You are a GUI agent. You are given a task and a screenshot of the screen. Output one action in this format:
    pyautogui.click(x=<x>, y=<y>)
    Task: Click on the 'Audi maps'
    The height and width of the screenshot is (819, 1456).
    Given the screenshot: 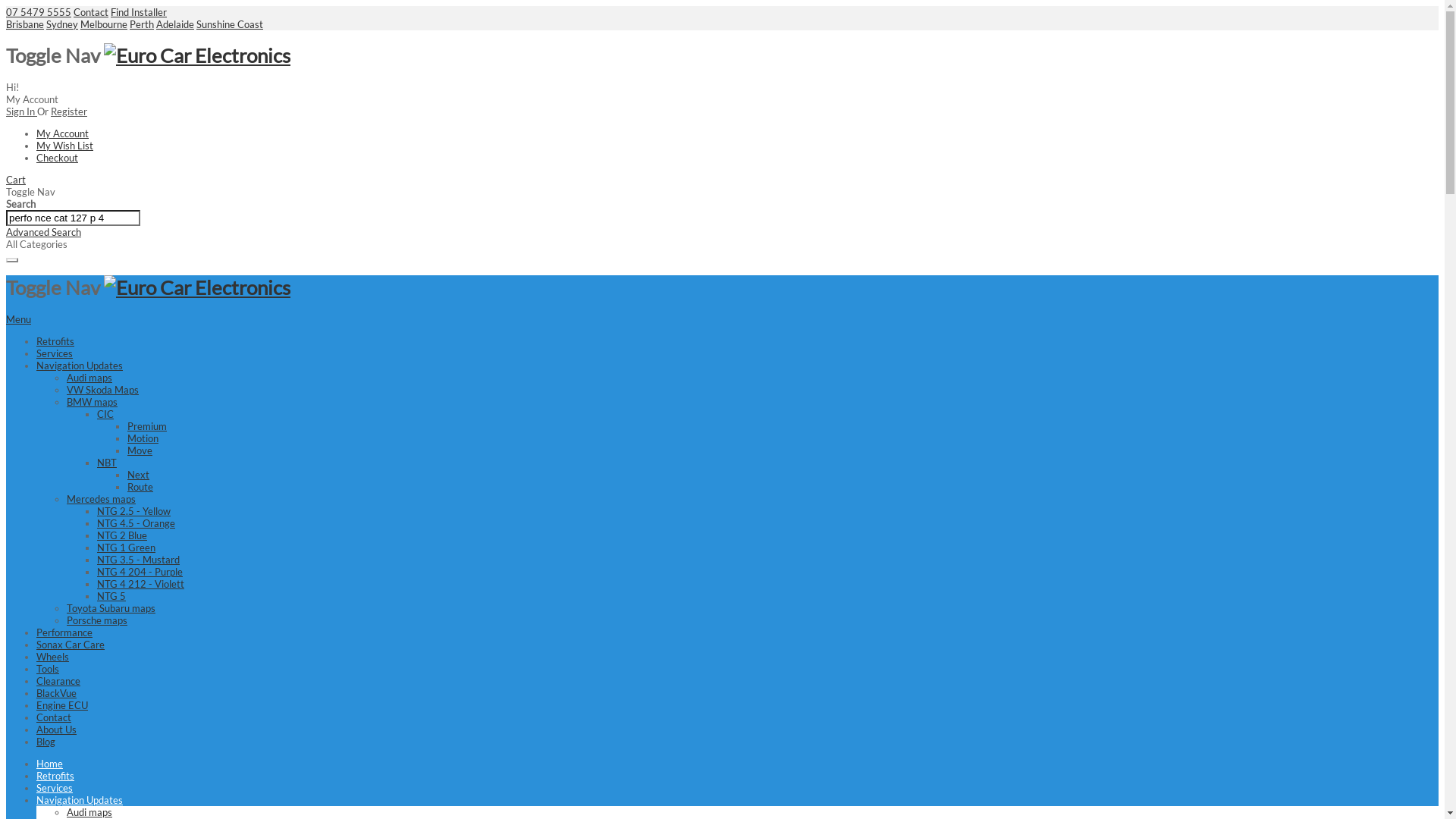 What is the action you would take?
    pyautogui.click(x=89, y=811)
    